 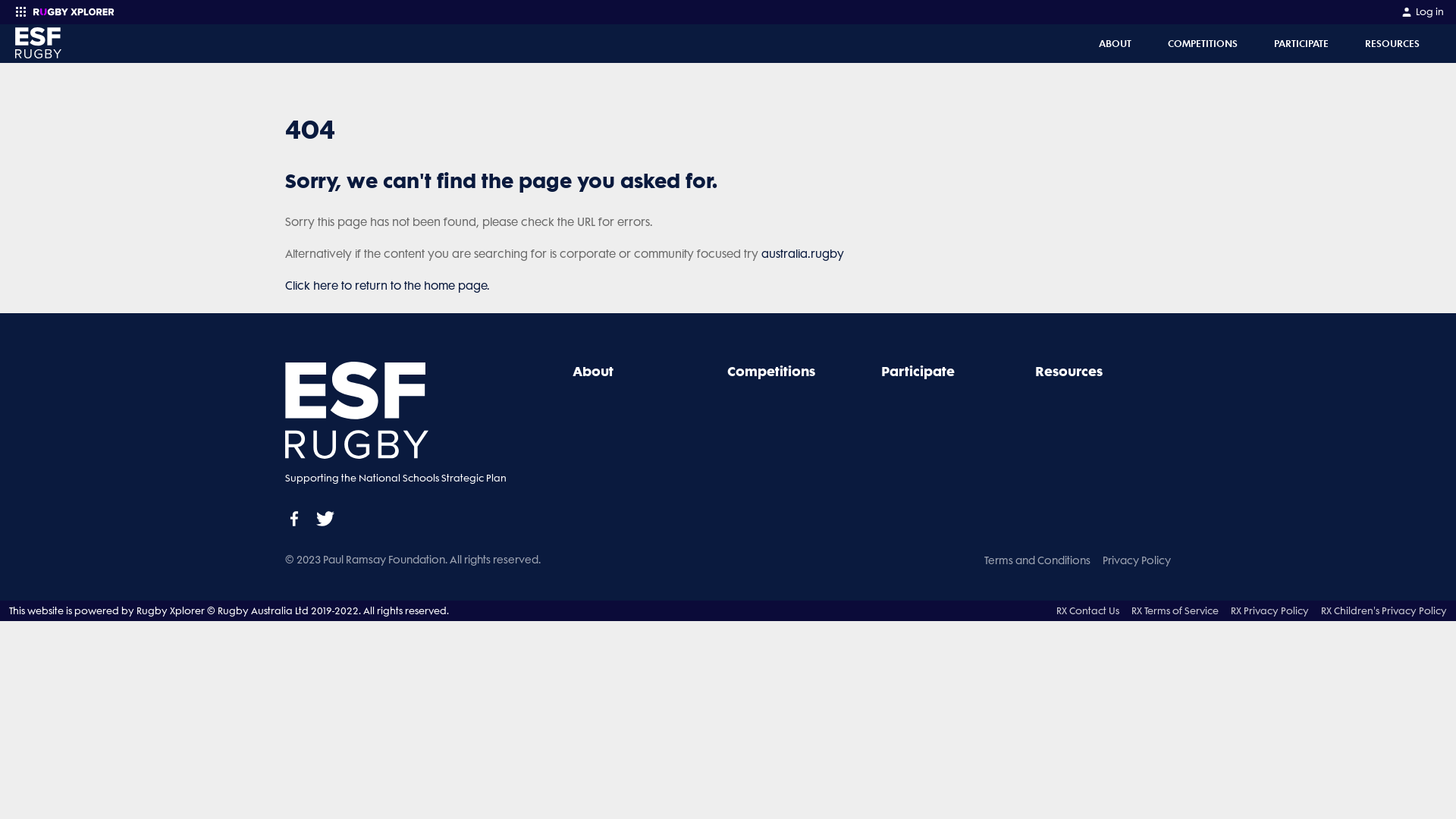 What do you see at coordinates (761, 253) in the screenshot?
I see `'australia.rugby'` at bounding box center [761, 253].